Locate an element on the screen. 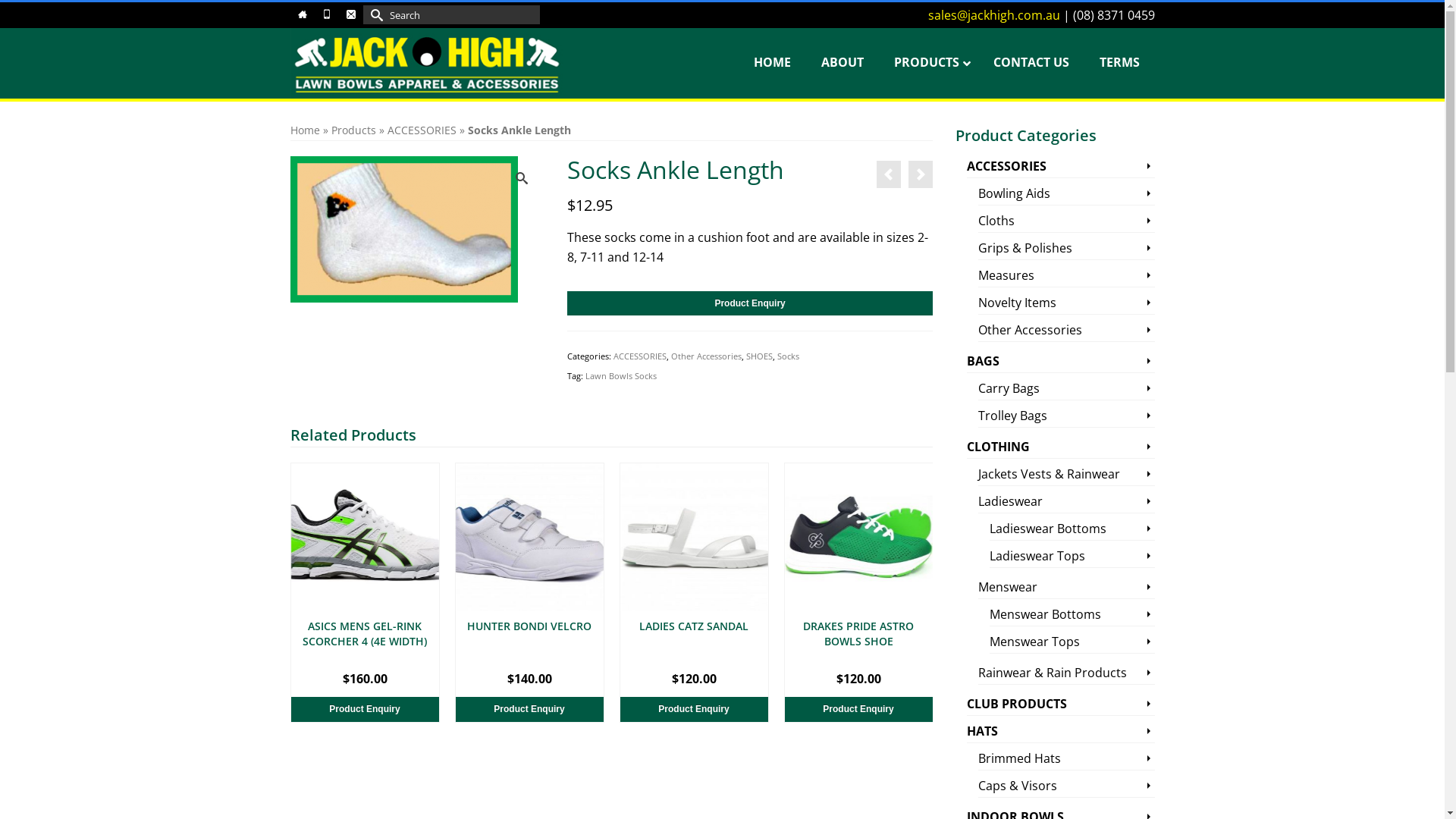  'Jackets Vests & Rainwear' is located at coordinates (978, 473).